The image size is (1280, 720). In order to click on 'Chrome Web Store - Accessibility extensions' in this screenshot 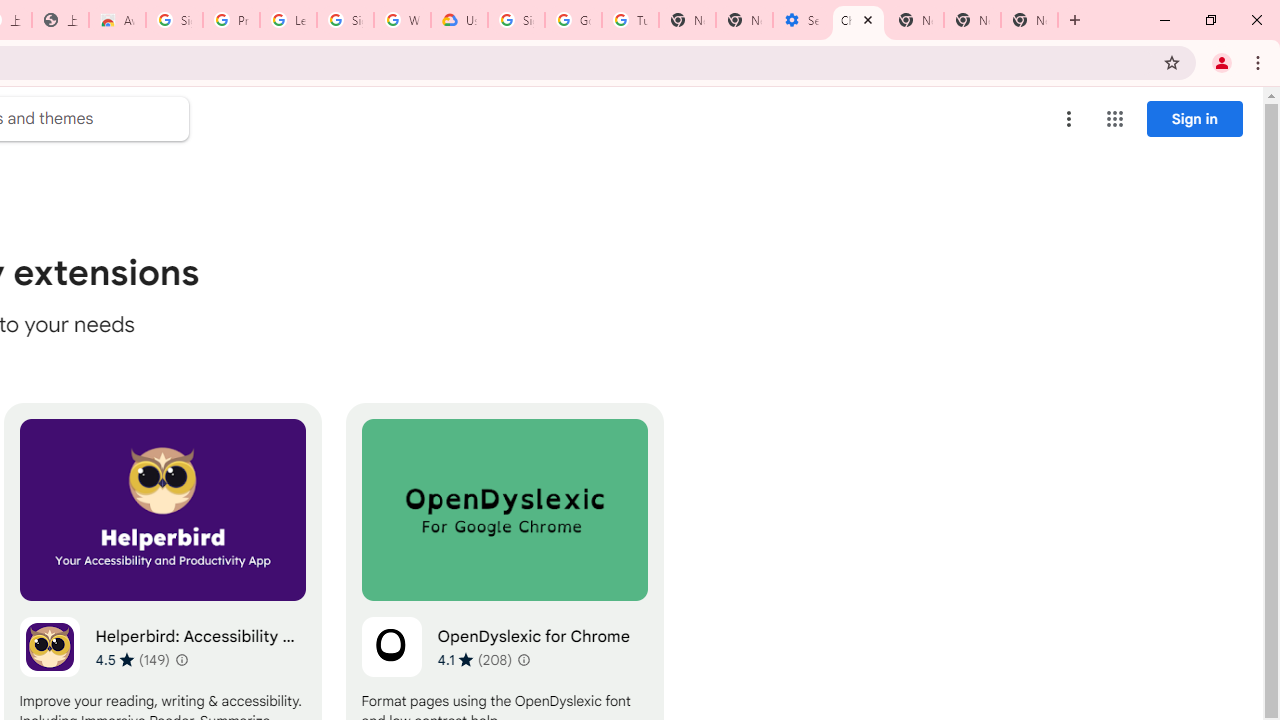, I will do `click(858, 20)`.